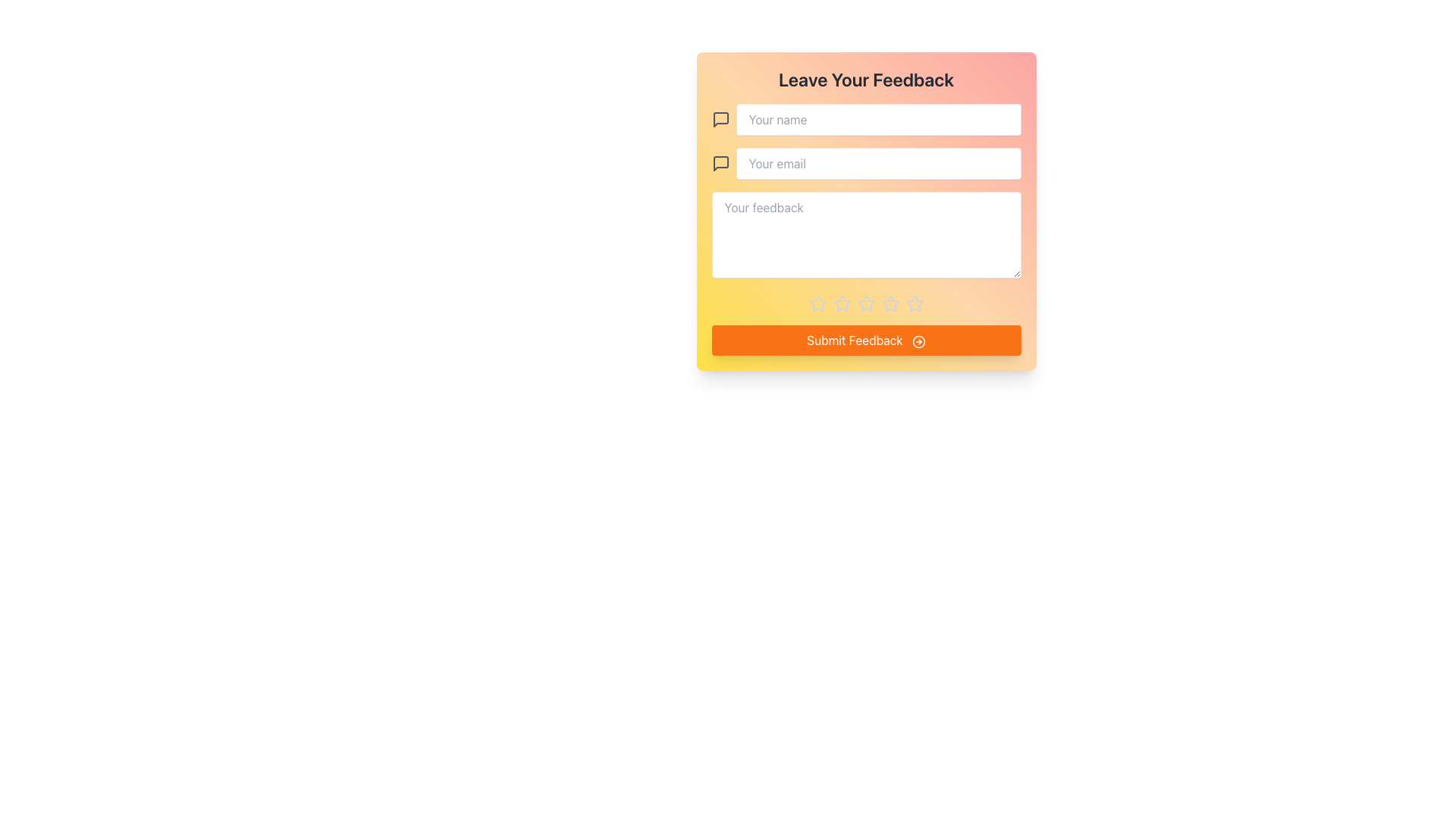 The image size is (1456, 819). Describe the element at coordinates (890, 304) in the screenshot. I see `the sixth star-shaped rating icon, styled in light gray, located below the feedback text area` at that location.